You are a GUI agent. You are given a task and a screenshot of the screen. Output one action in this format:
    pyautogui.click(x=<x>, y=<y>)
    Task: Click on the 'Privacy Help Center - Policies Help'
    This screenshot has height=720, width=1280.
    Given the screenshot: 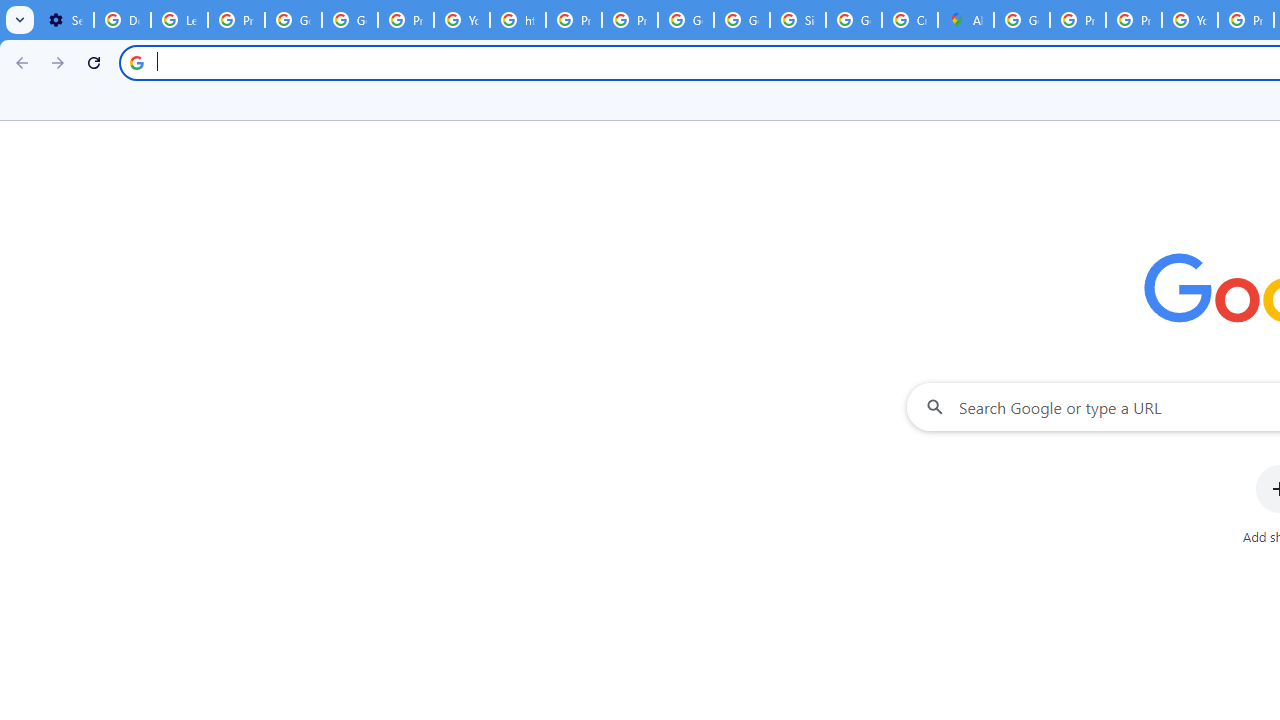 What is the action you would take?
    pyautogui.click(x=1076, y=20)
    